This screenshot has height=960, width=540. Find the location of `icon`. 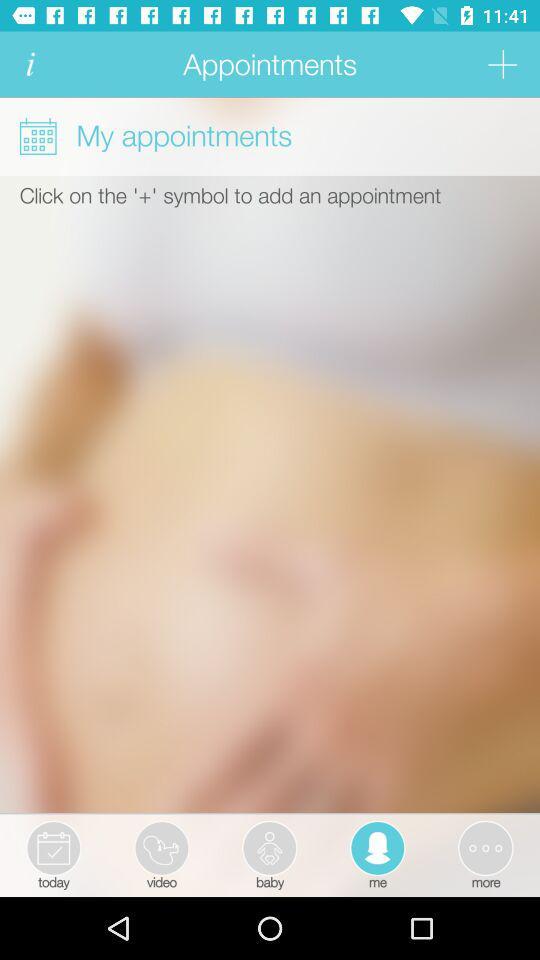

icon is located at coordinates (29, 64).